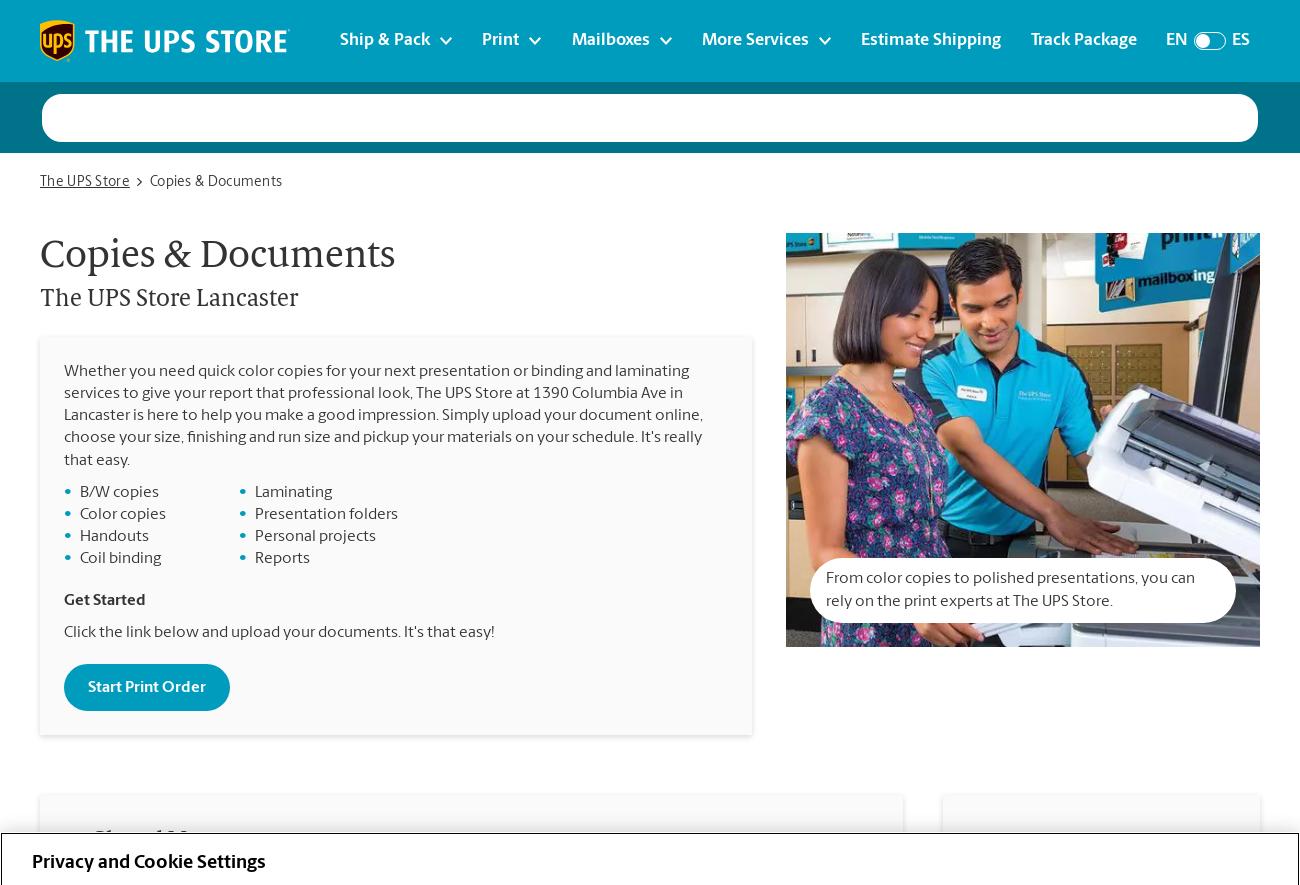 The height and width of the screenshot is (885, 1300). I want to click on 'The UPS Store Lancaster', so click(169, 299).